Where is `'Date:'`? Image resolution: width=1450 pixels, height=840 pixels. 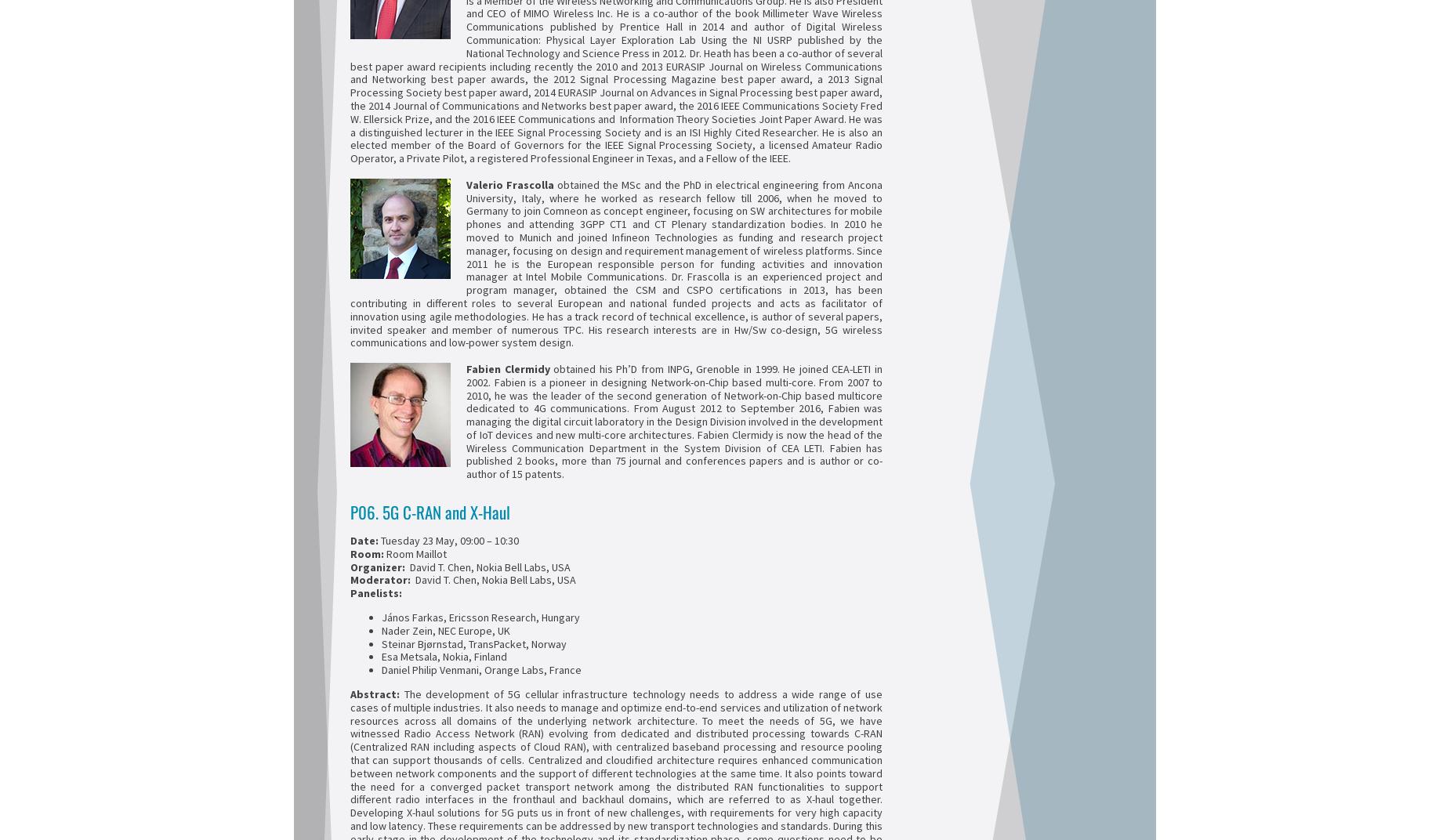
'Date:' is located at coordinates (349, 540).